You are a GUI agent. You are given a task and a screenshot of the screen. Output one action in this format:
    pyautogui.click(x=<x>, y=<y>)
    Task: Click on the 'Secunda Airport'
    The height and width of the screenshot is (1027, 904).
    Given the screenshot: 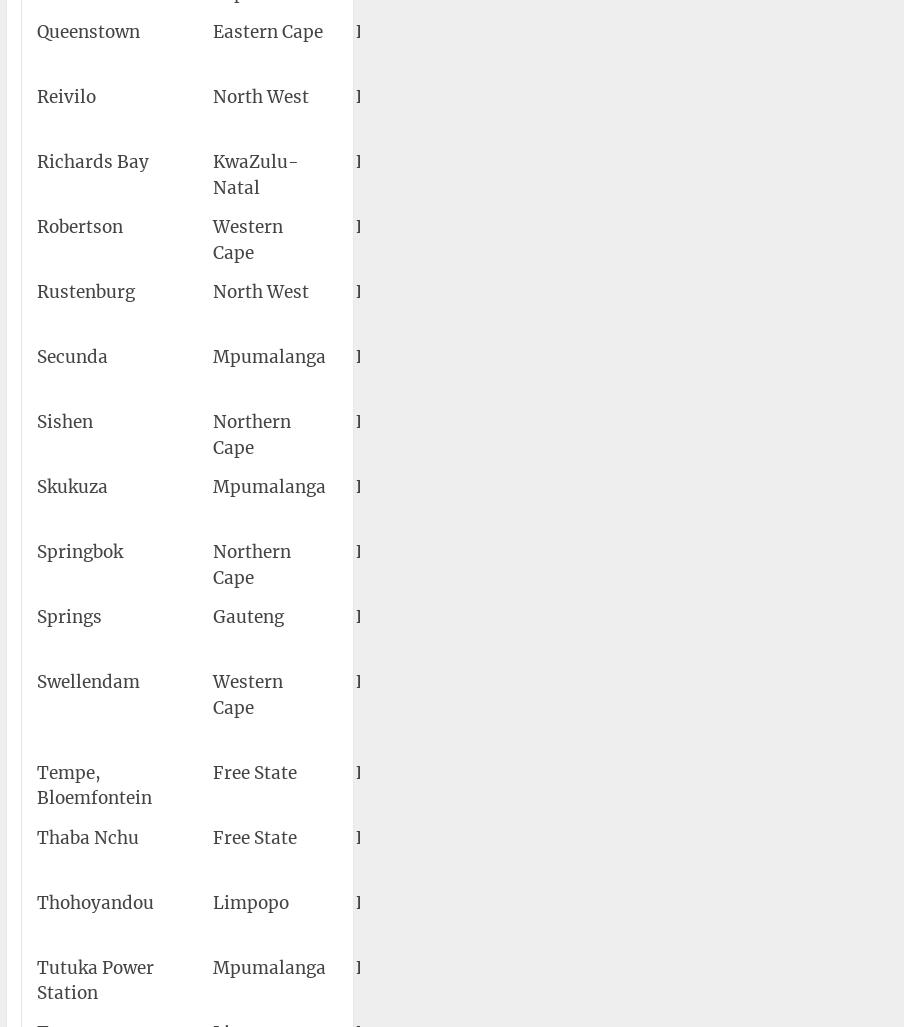 What is the action you would take?
    pyautogui.click(x=584, y=356)
    